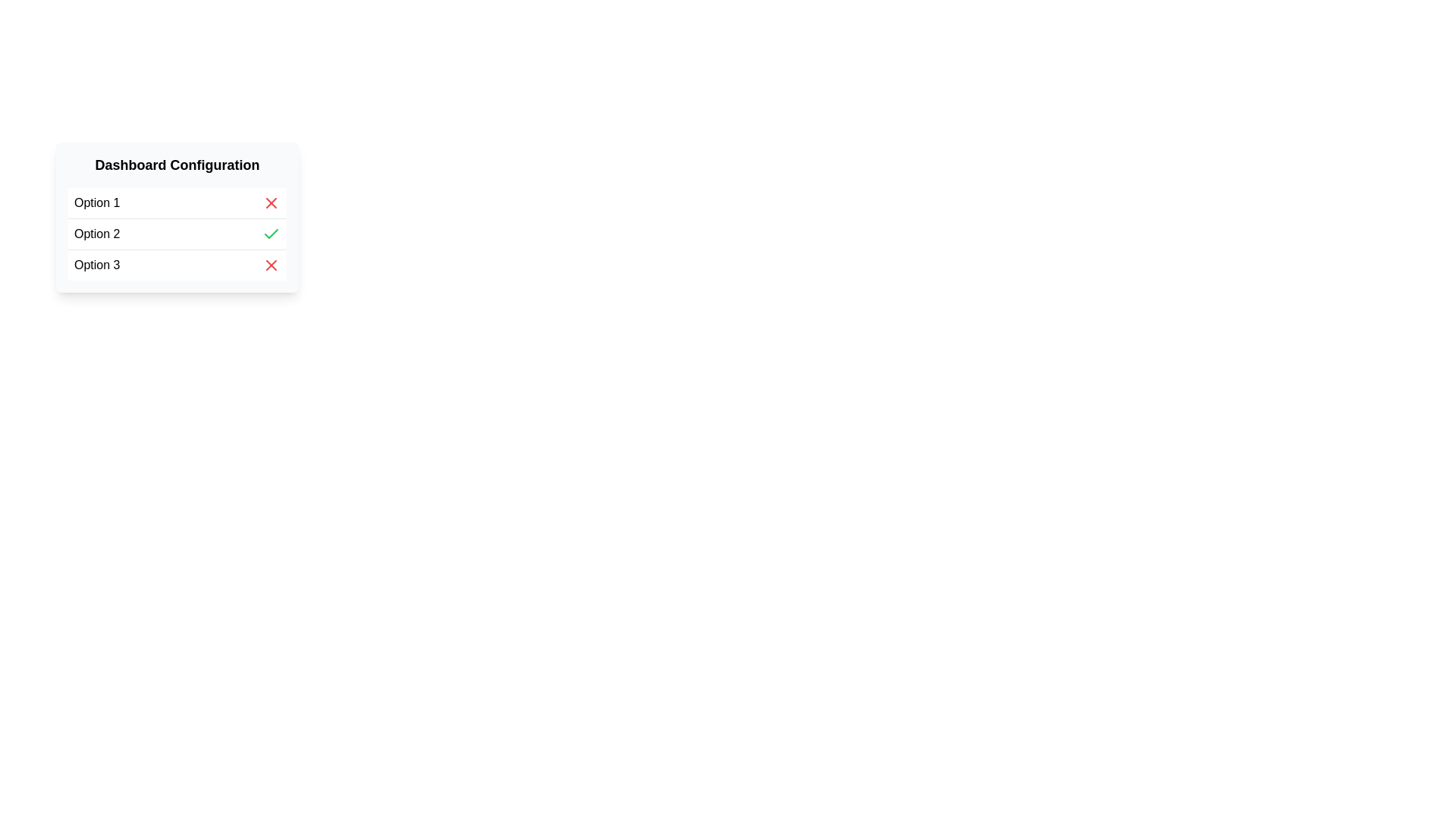 This screenshot has height=819, width=1456. Describe the element at coordinates (271, 234) in the screenshot. I see `the check mark SVG icon located at the far right of the second row labeled 'Option 2' in the 'Dashboard Configuration' list to interact with it` at that location.